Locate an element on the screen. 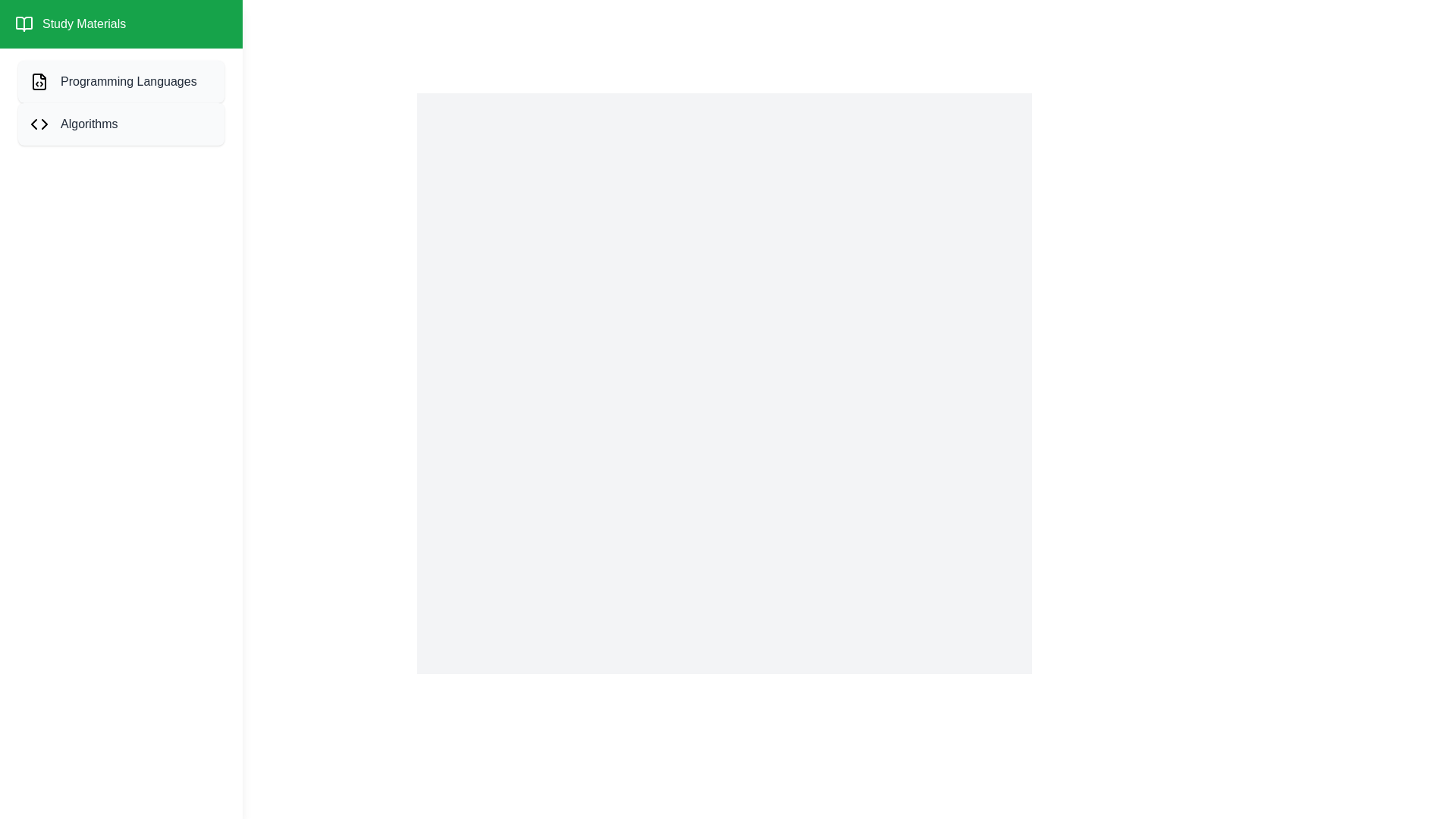  the item Algorithms from the list in the drawer is located at coordinates (120, 124).